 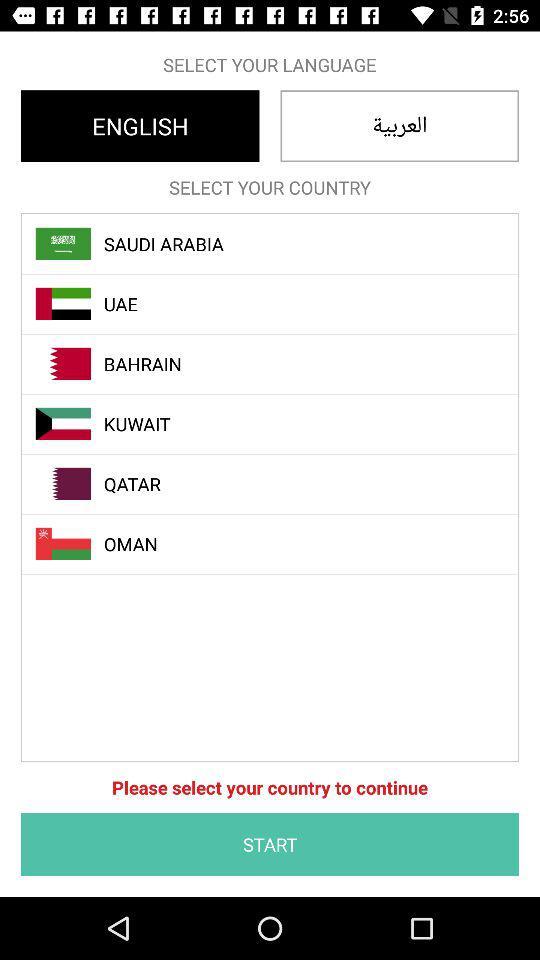 What do you see at coordinates (280, 243) in the screenshot?
I see `the icon above the uae item` at bounding box center [280, 243].